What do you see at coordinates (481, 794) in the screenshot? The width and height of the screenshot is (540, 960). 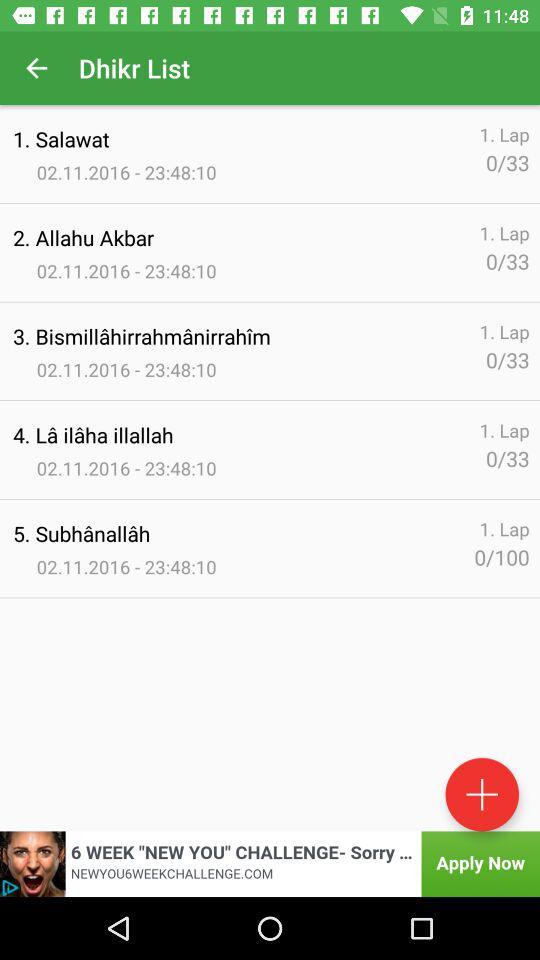 I see `the item at the bottom right corner` at bounding box center [481, 794].